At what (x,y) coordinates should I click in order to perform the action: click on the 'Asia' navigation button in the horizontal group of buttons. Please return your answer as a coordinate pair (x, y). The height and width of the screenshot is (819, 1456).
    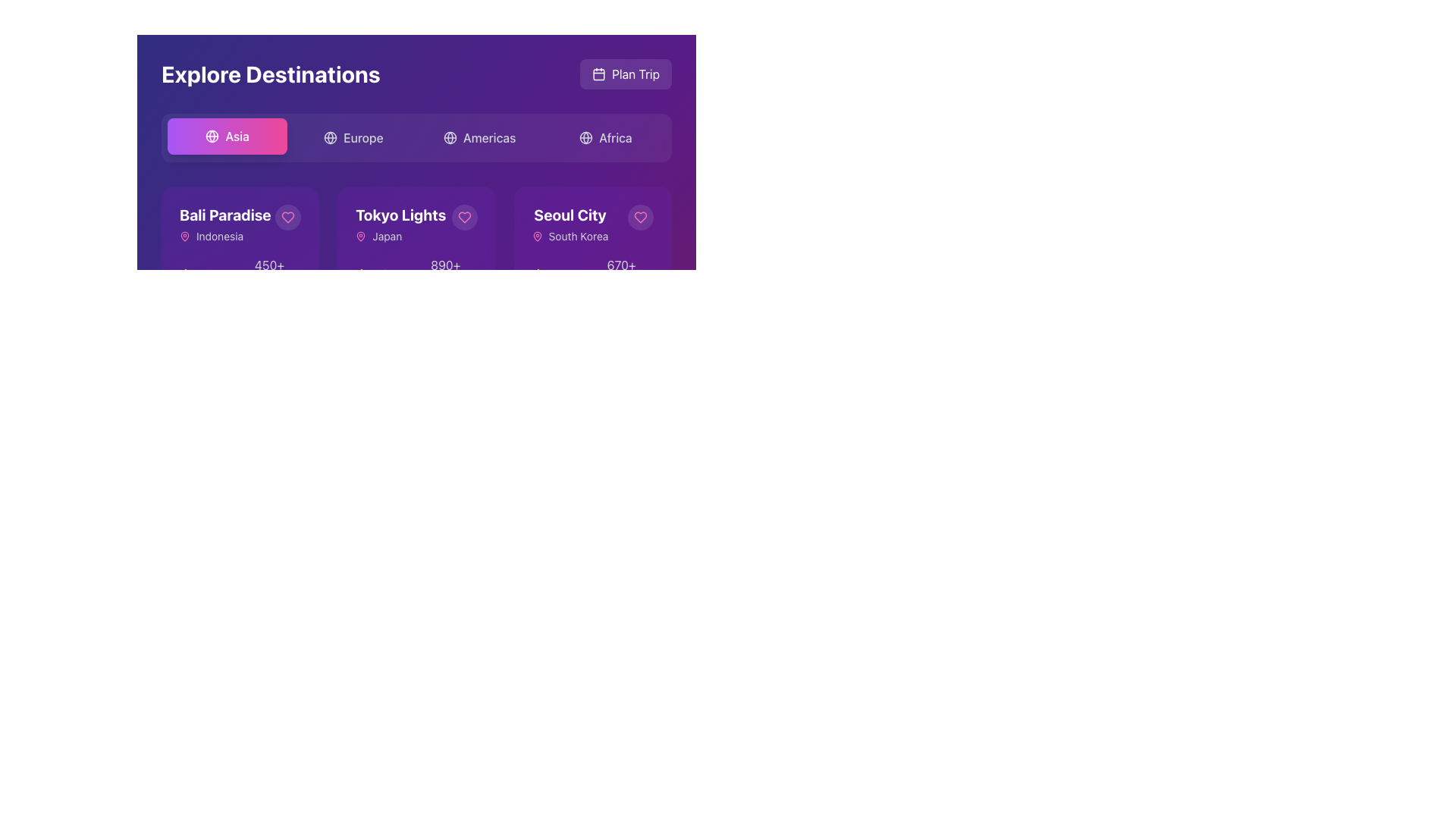
    Looking at the image, I should click on (227, 136).